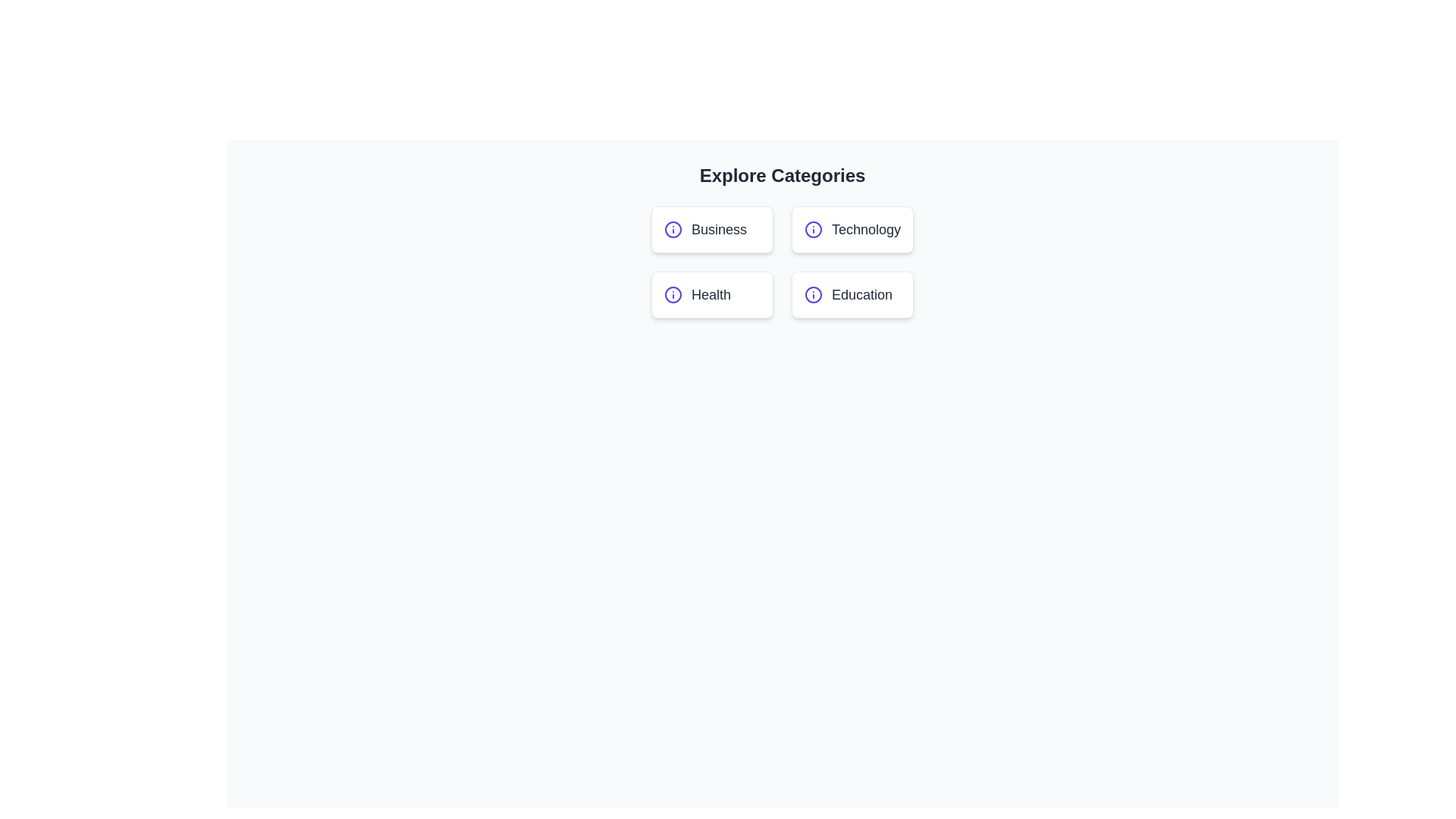 The width and height of the screenshot is (1456, 819). What do you see at coordinates (862, 295) in the screenshot?
I see `the text label displaying 'Education', which is styled in dark gray and located next to an indigo circular icon with an 'i'. This label is part of a bordered rectangular card in the lower right of a 2 by 2 grid under 'Explore Categories'` at bounding box center [862, 295].